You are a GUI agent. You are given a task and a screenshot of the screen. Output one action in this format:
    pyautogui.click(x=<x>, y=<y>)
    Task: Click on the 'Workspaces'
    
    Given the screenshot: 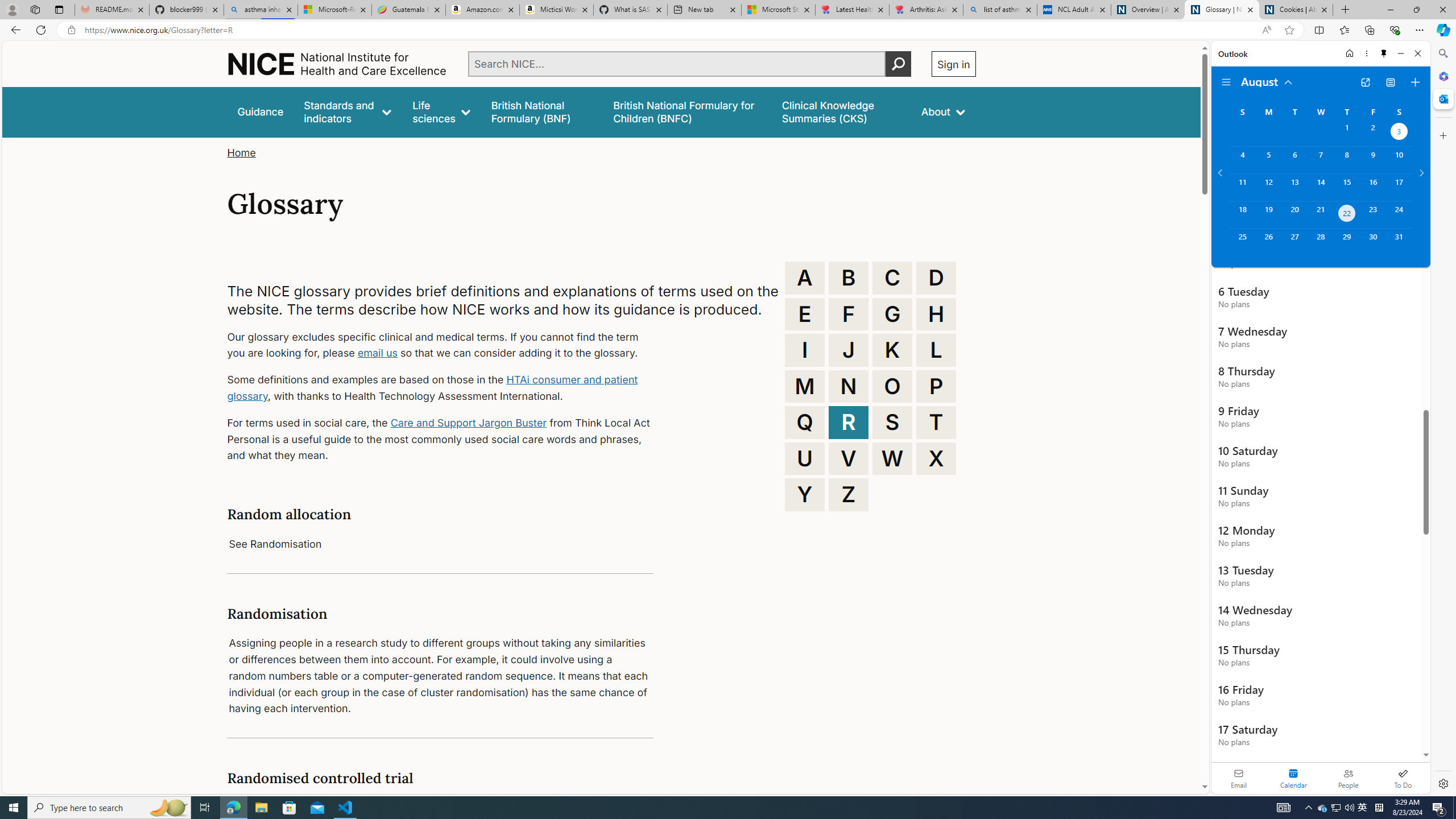 What is the action you would take?
    pyautogui.click(x=35, y=9)
    